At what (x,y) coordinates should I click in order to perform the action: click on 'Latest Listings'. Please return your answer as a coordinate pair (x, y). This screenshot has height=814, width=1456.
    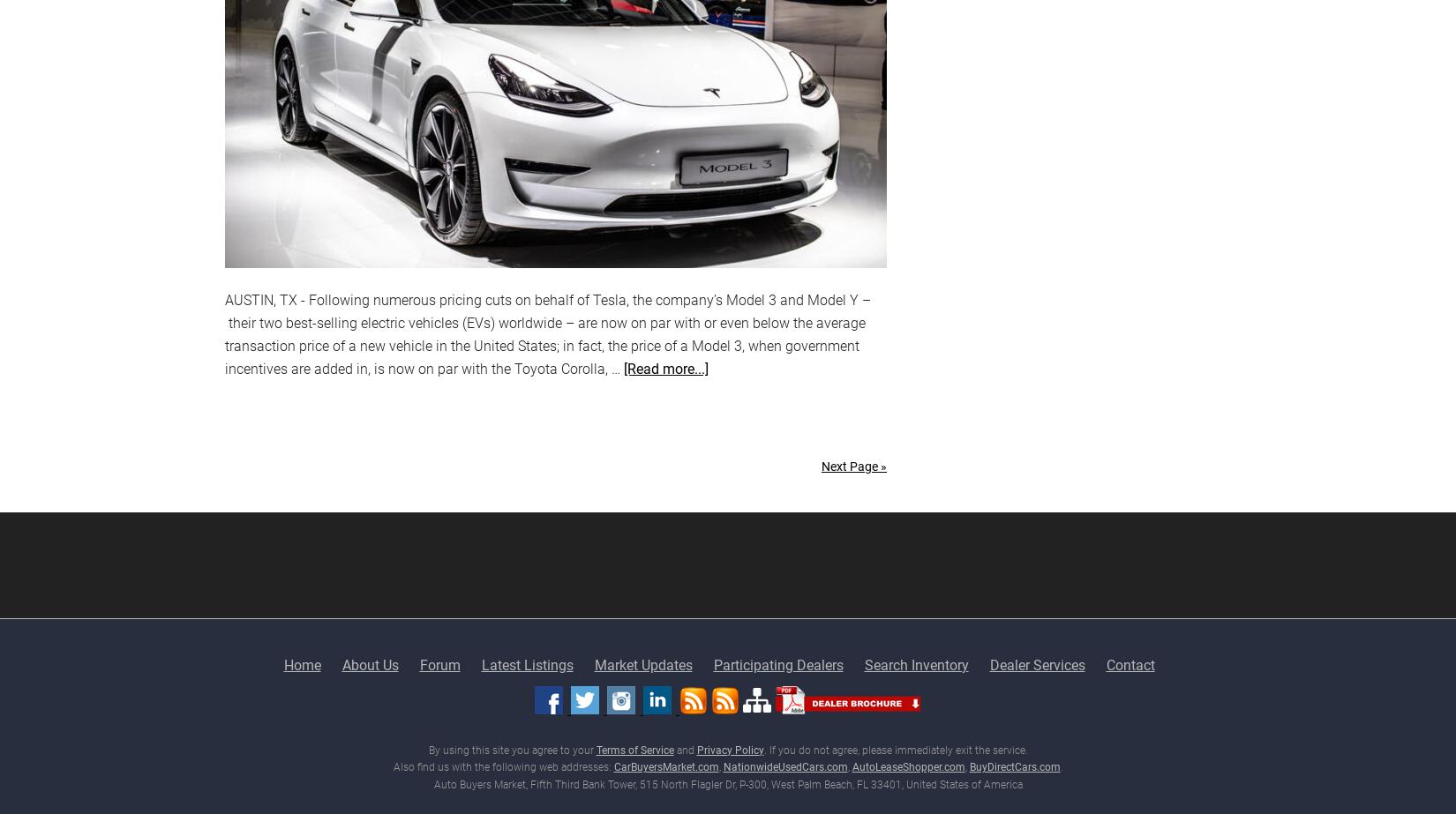
    Looking at the image, I should click on (525, 663).